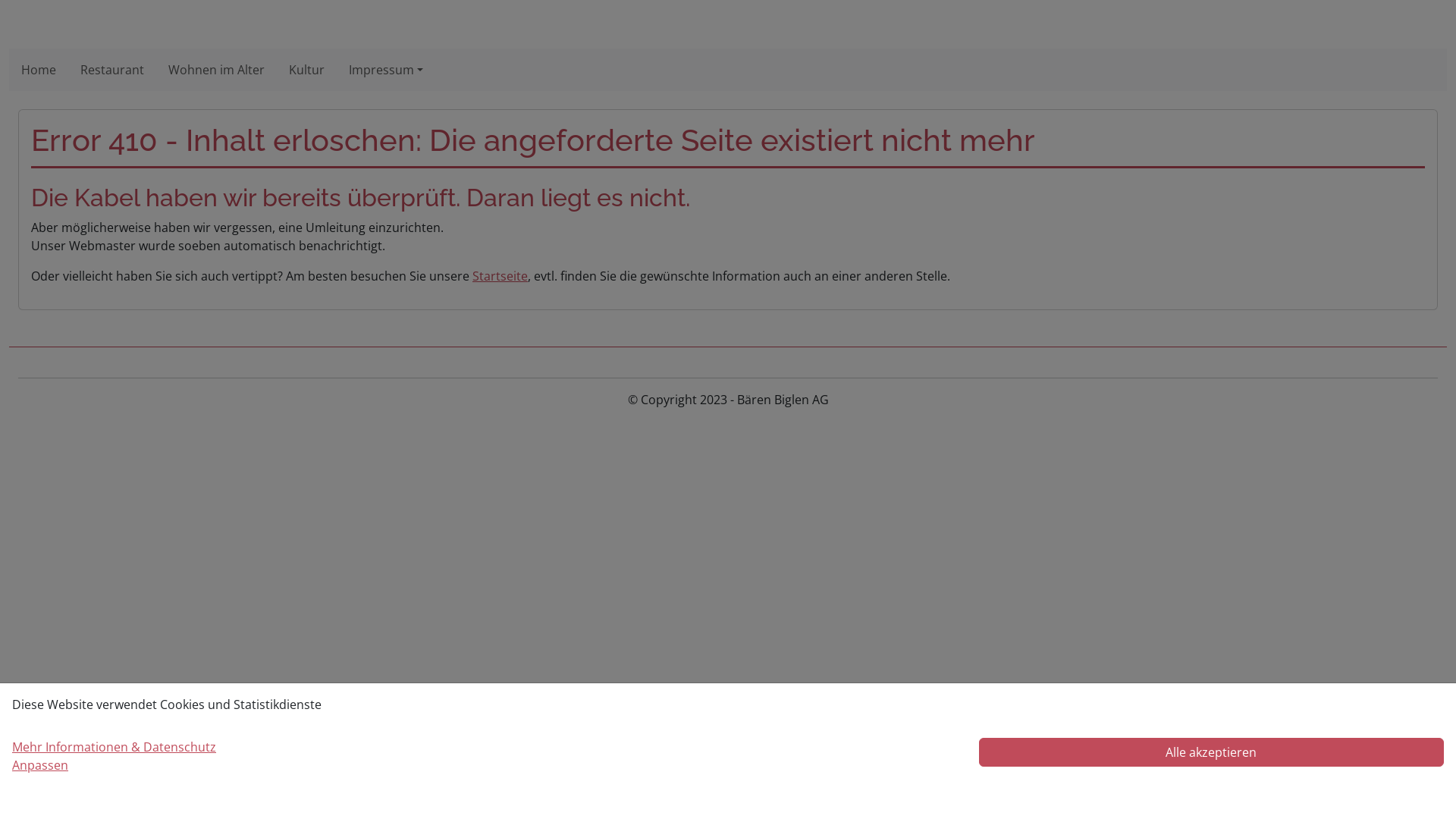  I want to click on 'Wohnen im Alter', so click(215, 70).